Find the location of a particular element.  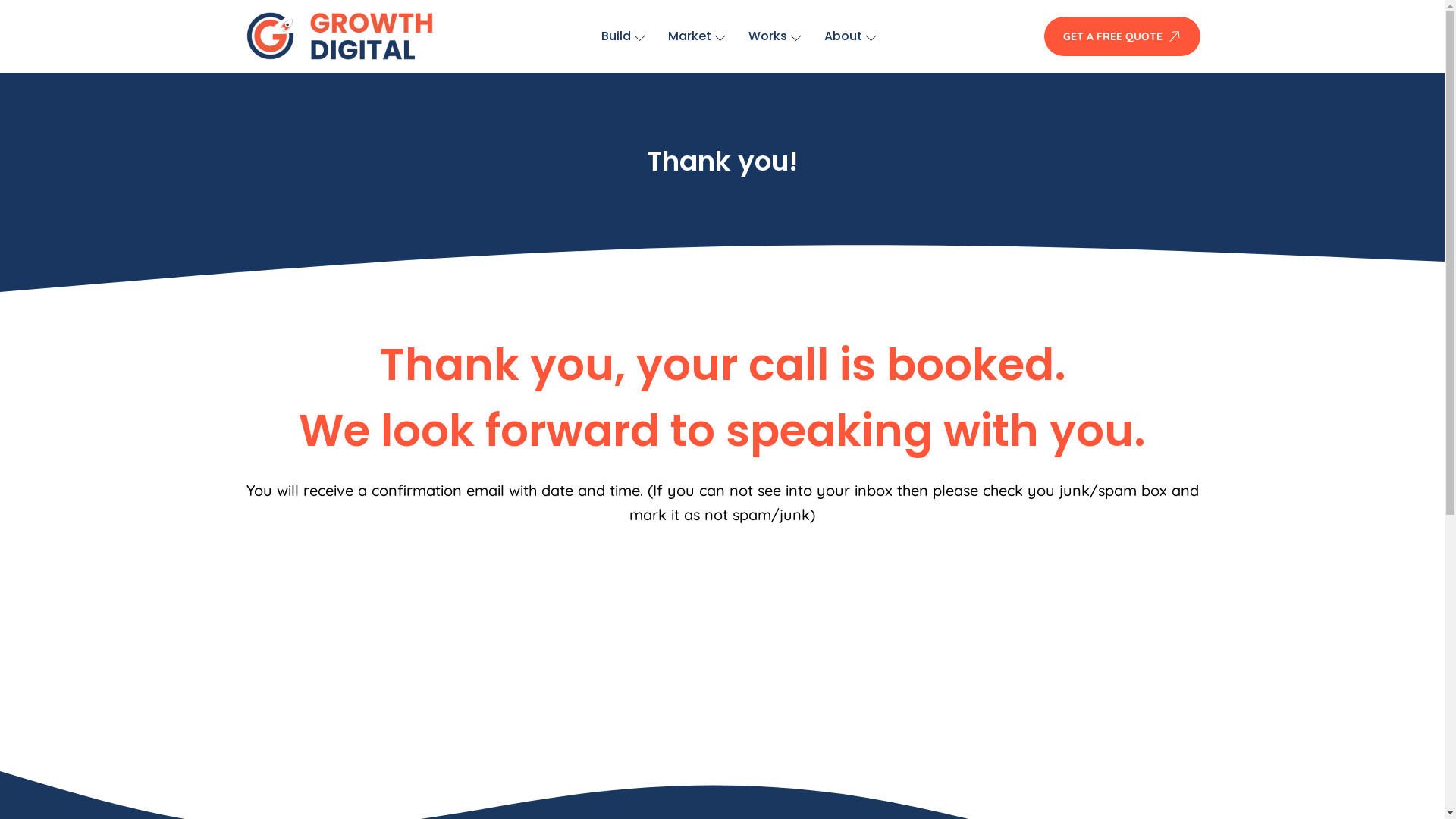

'About' is located at coordinates (850, 35).